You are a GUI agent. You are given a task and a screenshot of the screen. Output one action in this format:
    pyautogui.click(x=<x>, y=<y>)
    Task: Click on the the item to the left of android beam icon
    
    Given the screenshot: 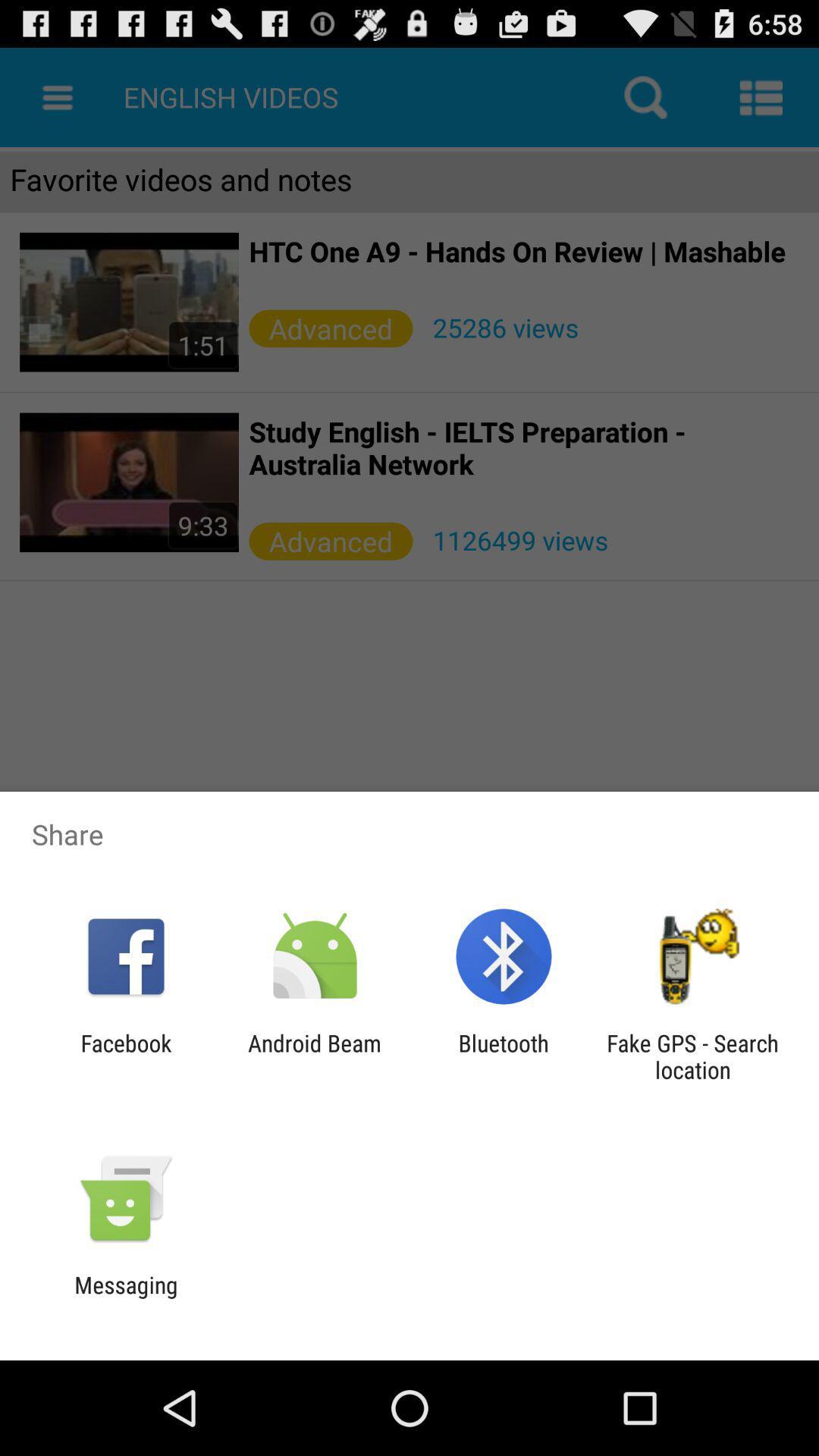 What is the action you would take?
    pyautogui.click(x=125, y=1056)
    